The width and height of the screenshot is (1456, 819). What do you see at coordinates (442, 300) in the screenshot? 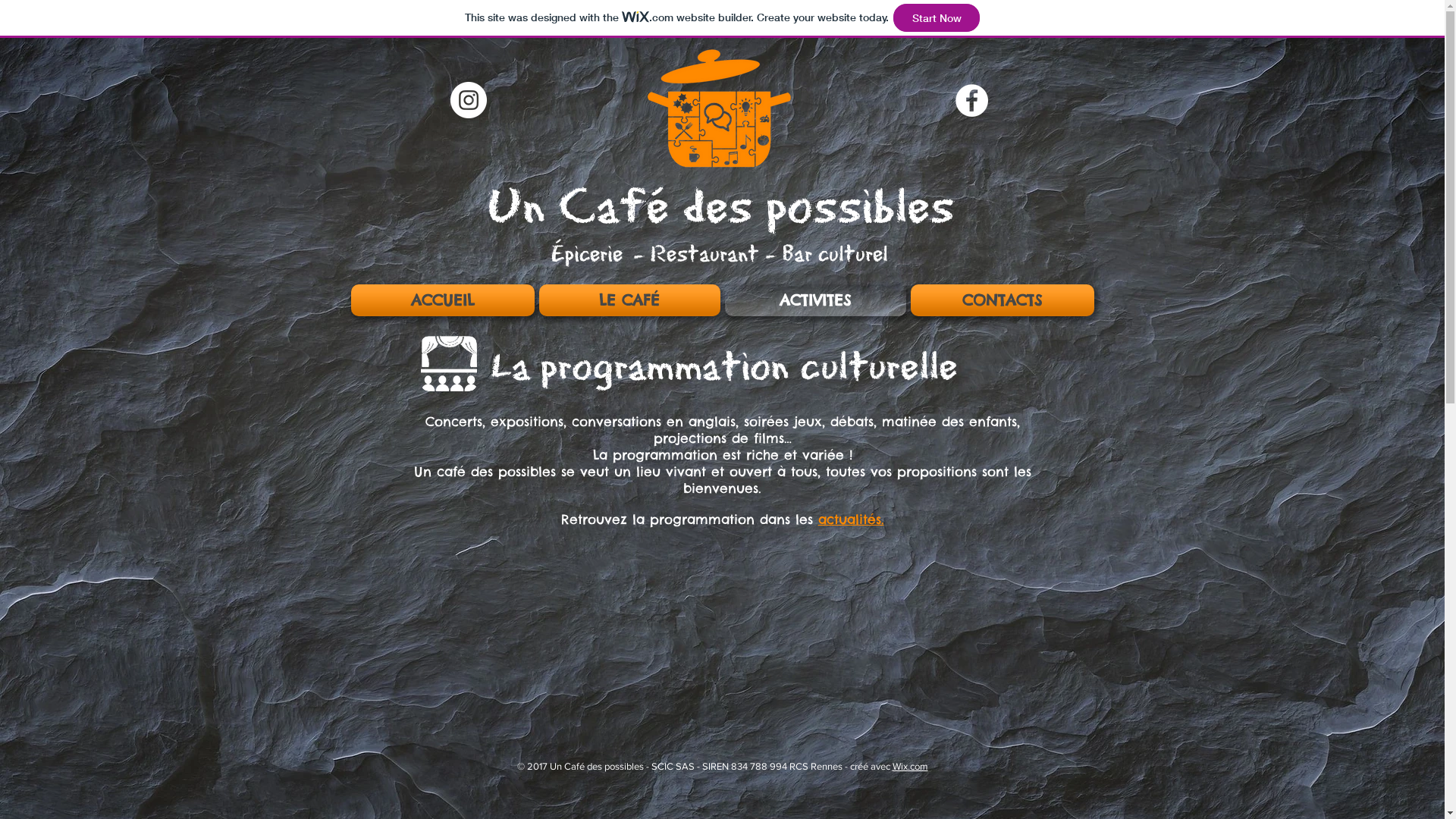
I see `'ACCUEIL'` at bounding box center [442, 300].